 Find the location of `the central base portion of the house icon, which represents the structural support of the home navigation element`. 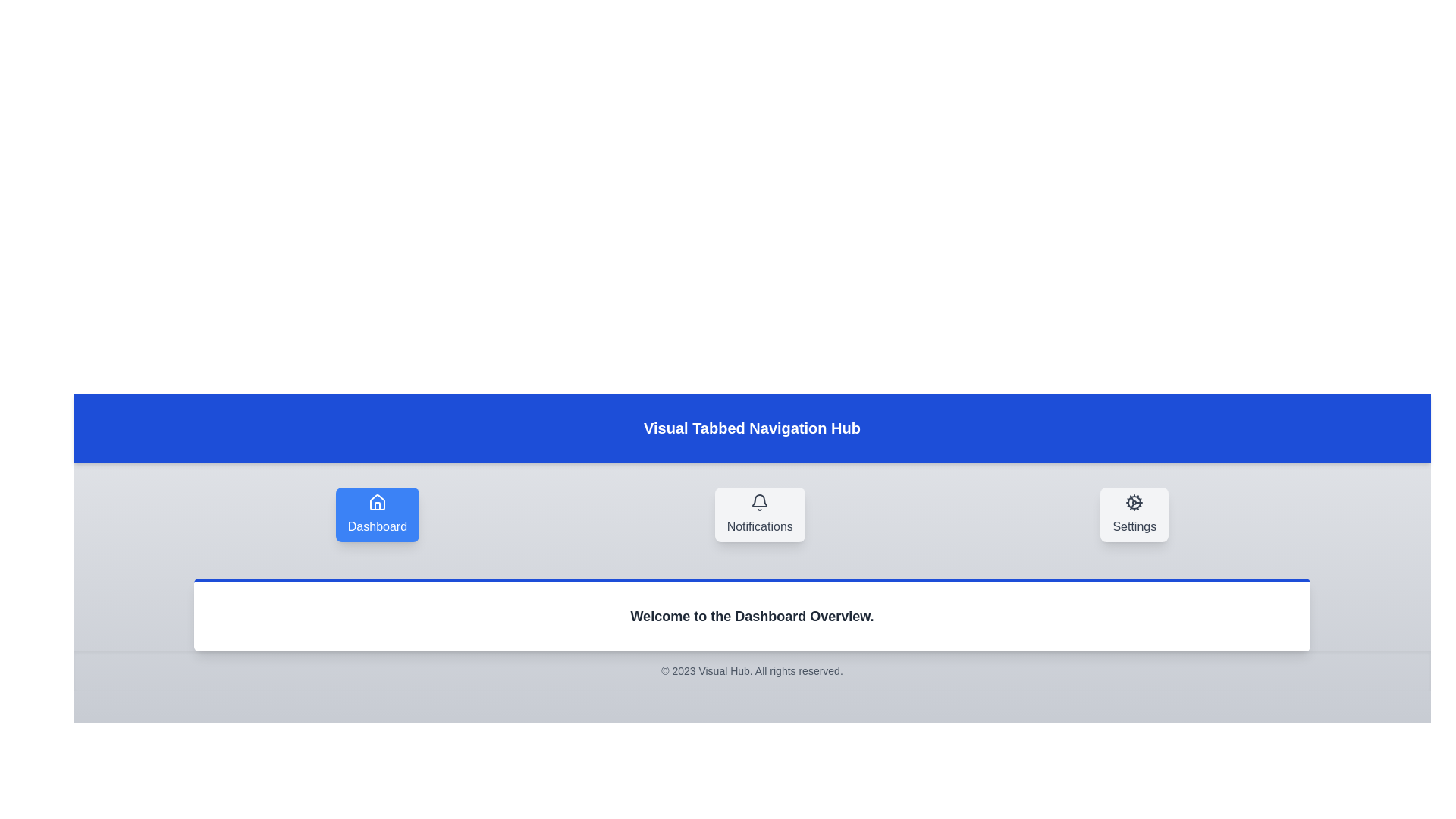

the central base portion of the house icon, which represents the structural support of the home navigation element is located at coordinates (377, 506).